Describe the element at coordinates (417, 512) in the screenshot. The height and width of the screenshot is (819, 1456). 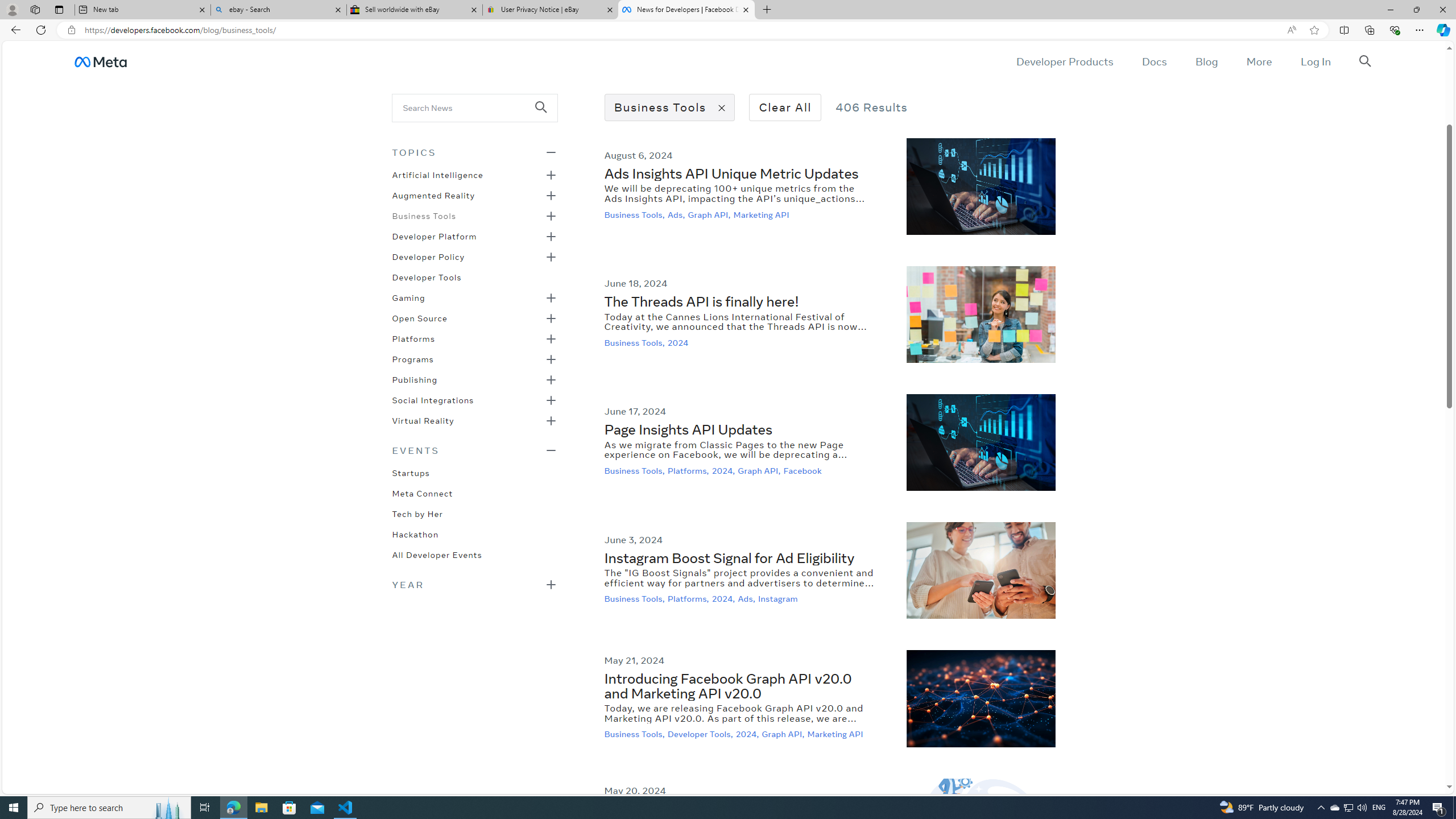
I see `'Tech by Her'` at that location.